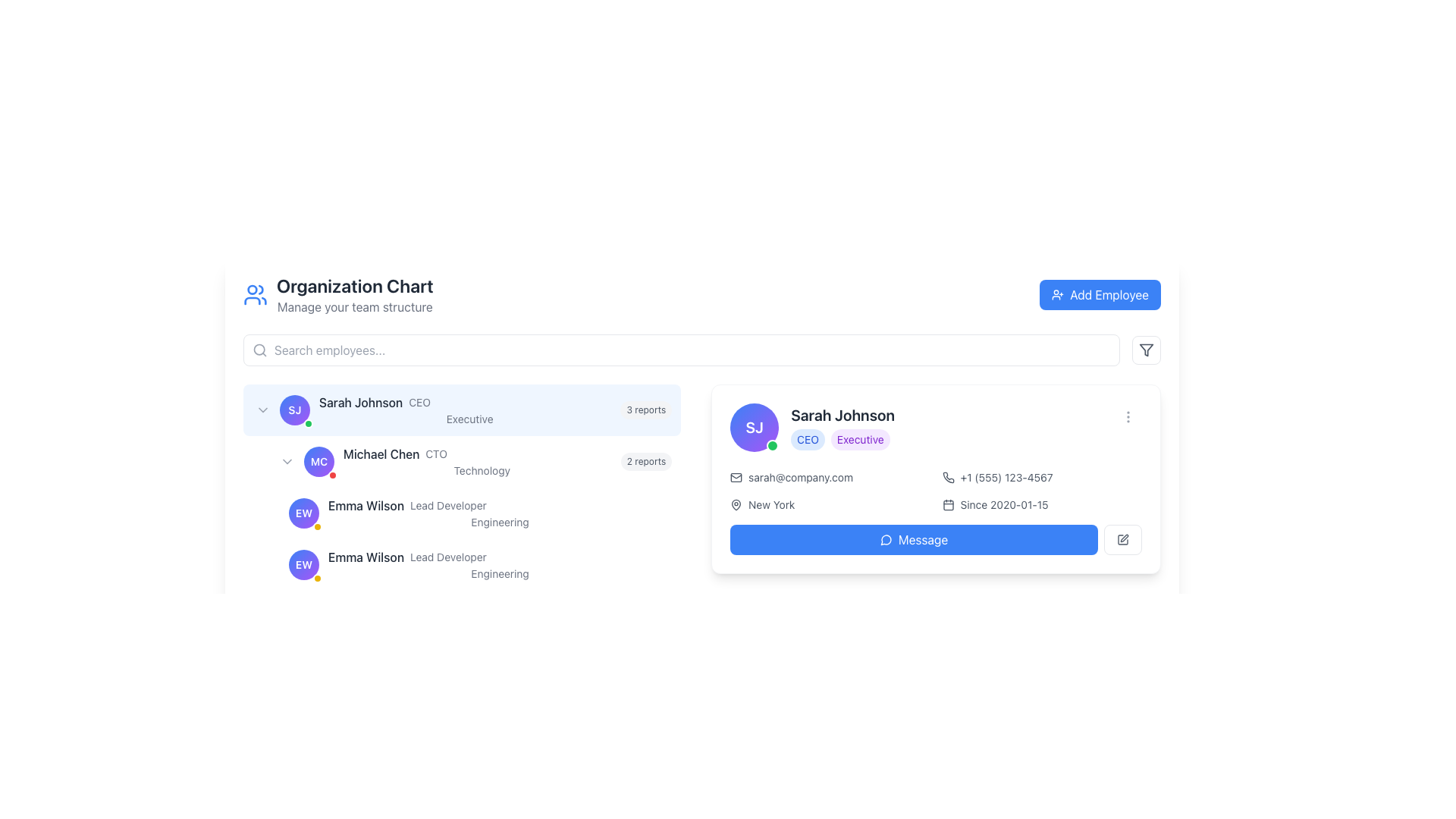 The image size is (1456, 819). What do you see at coordinates (259, 350) in the screenshot?
I see `the small light gray magnifying glass icon located on the left side inside the search input field, next to the placeholder text 'Search employees...'` at bounding box center [259, 350].